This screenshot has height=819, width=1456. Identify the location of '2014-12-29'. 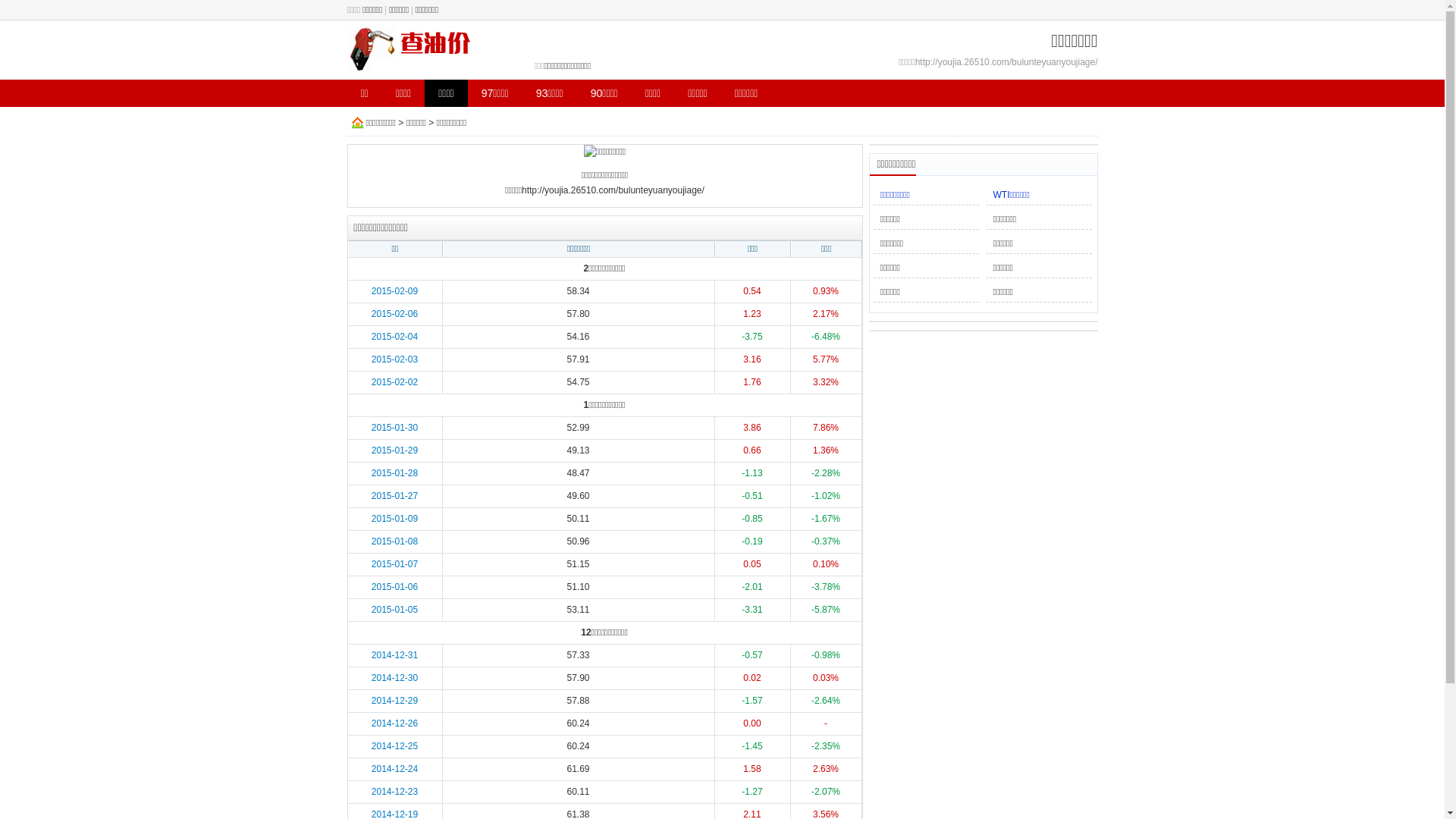
(394, 701).